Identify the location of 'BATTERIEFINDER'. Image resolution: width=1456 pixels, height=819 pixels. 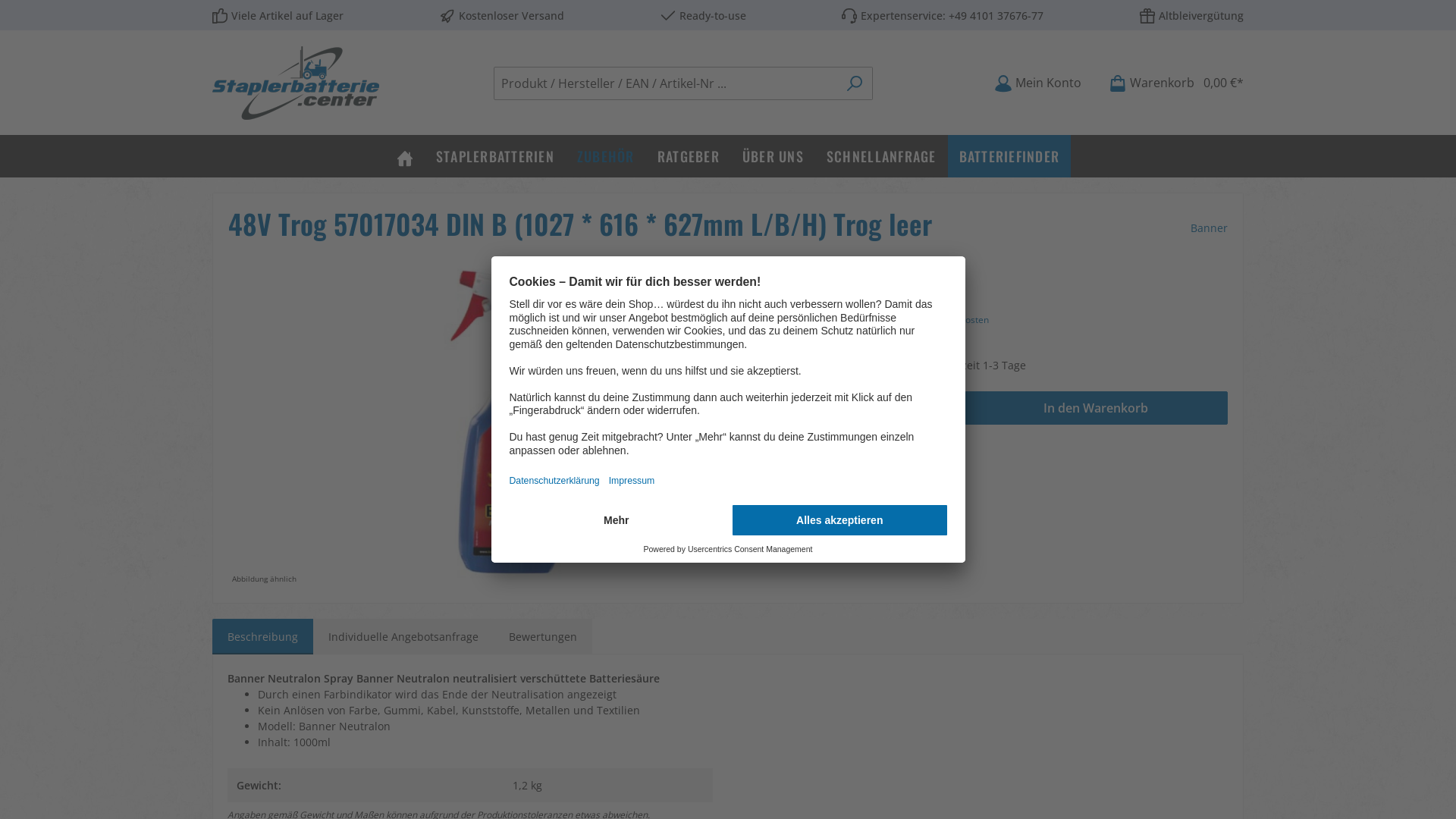
(1009, 155).